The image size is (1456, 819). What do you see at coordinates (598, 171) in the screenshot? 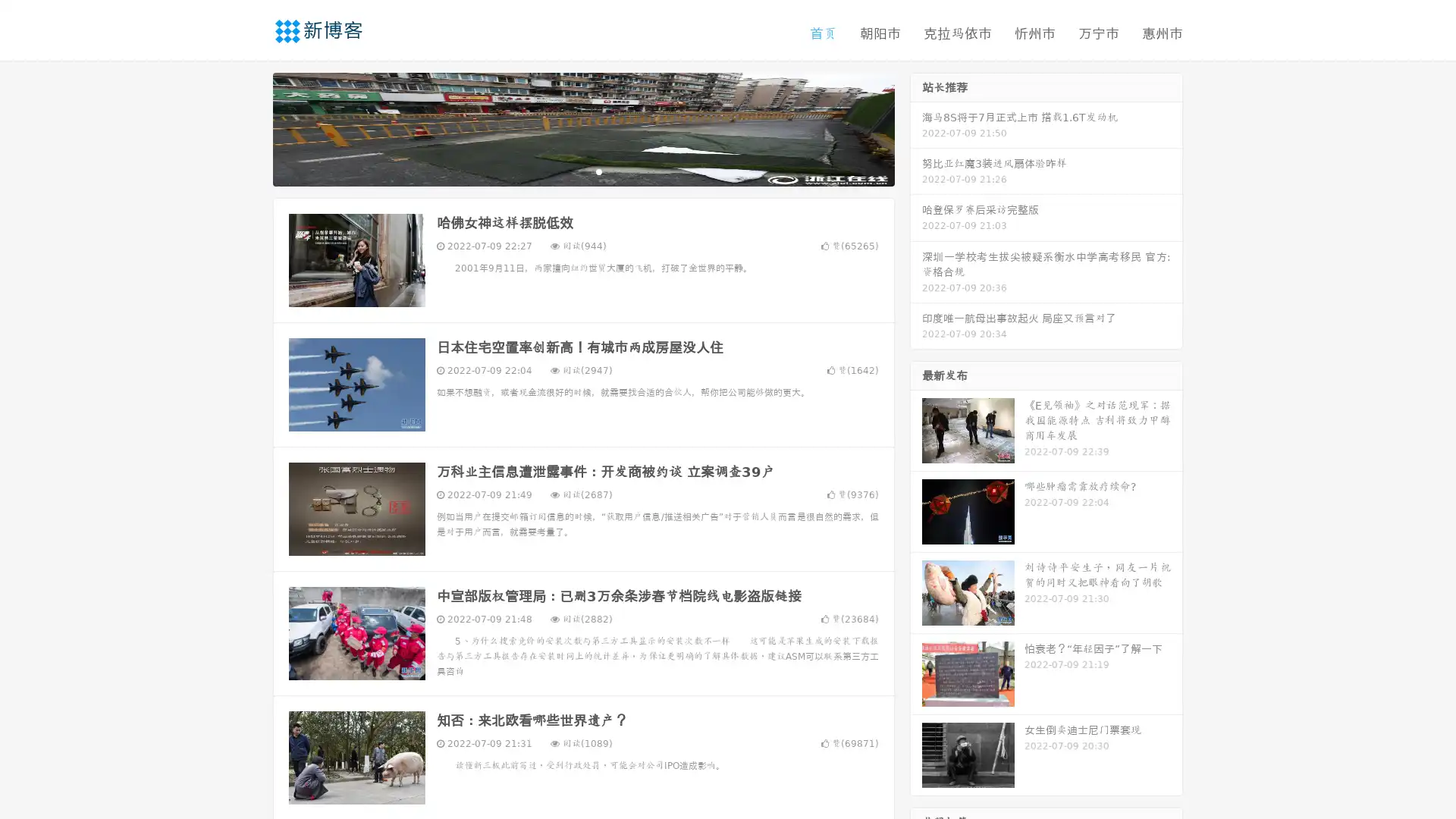
I see `Go to slide 3` at bounding box center [598, 171].